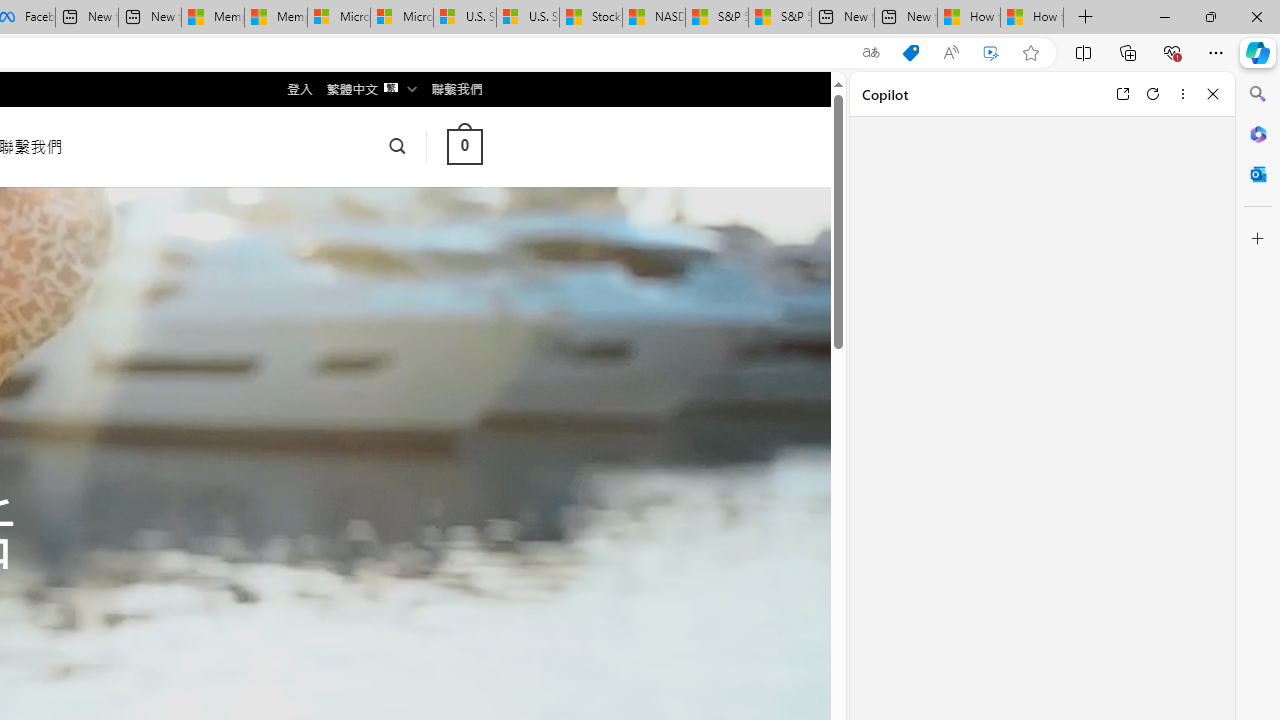 Image resolution: width=1280 pixels, height=720 pixels. Describe the element at coordinates (463, 145) in the screenshot. I see `'  0  '` at that location.